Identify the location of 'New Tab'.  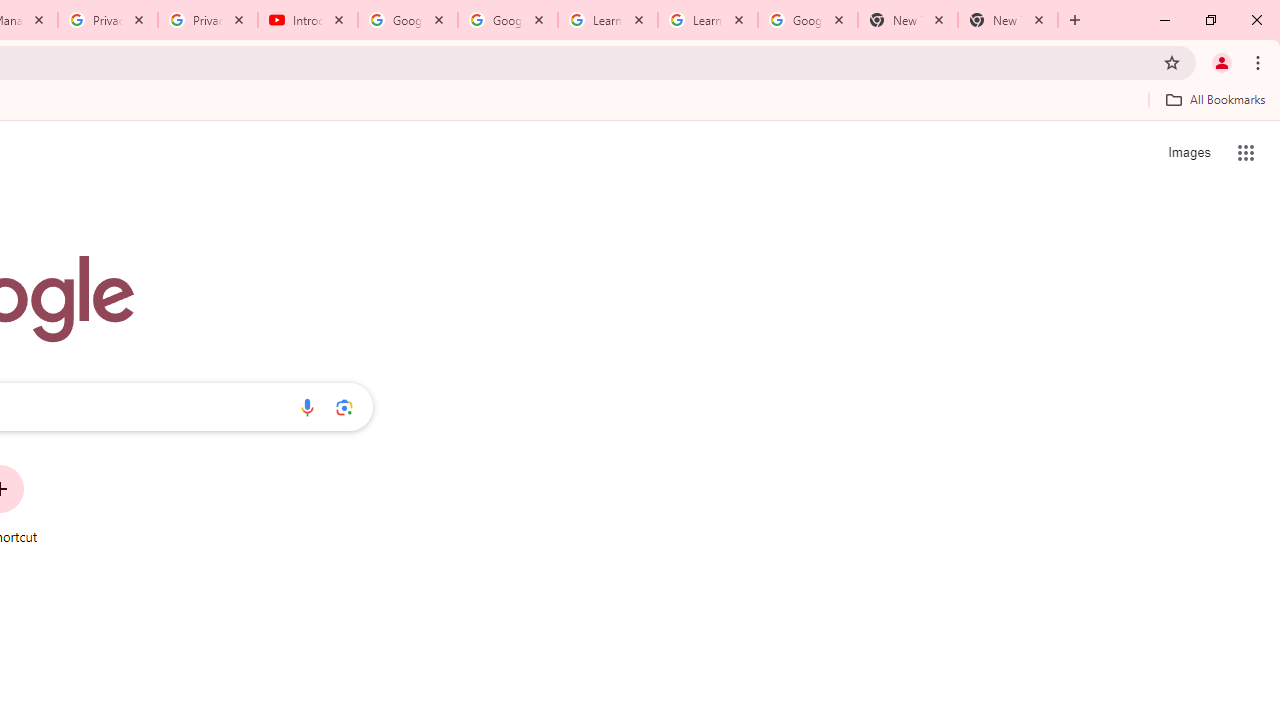
(1008, 20).